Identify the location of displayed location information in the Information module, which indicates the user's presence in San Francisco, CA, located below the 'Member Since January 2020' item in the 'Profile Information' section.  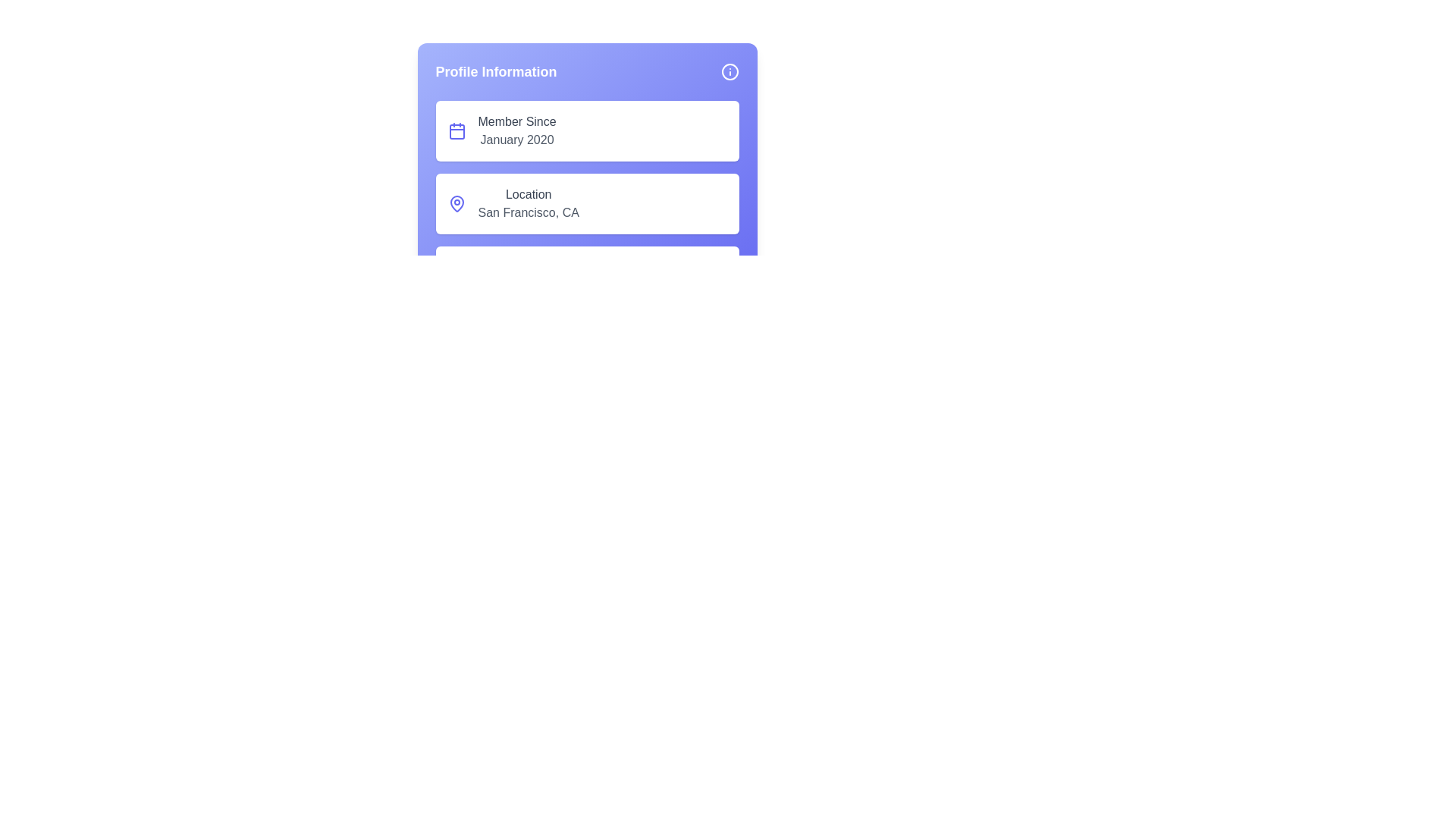
(586, 203).